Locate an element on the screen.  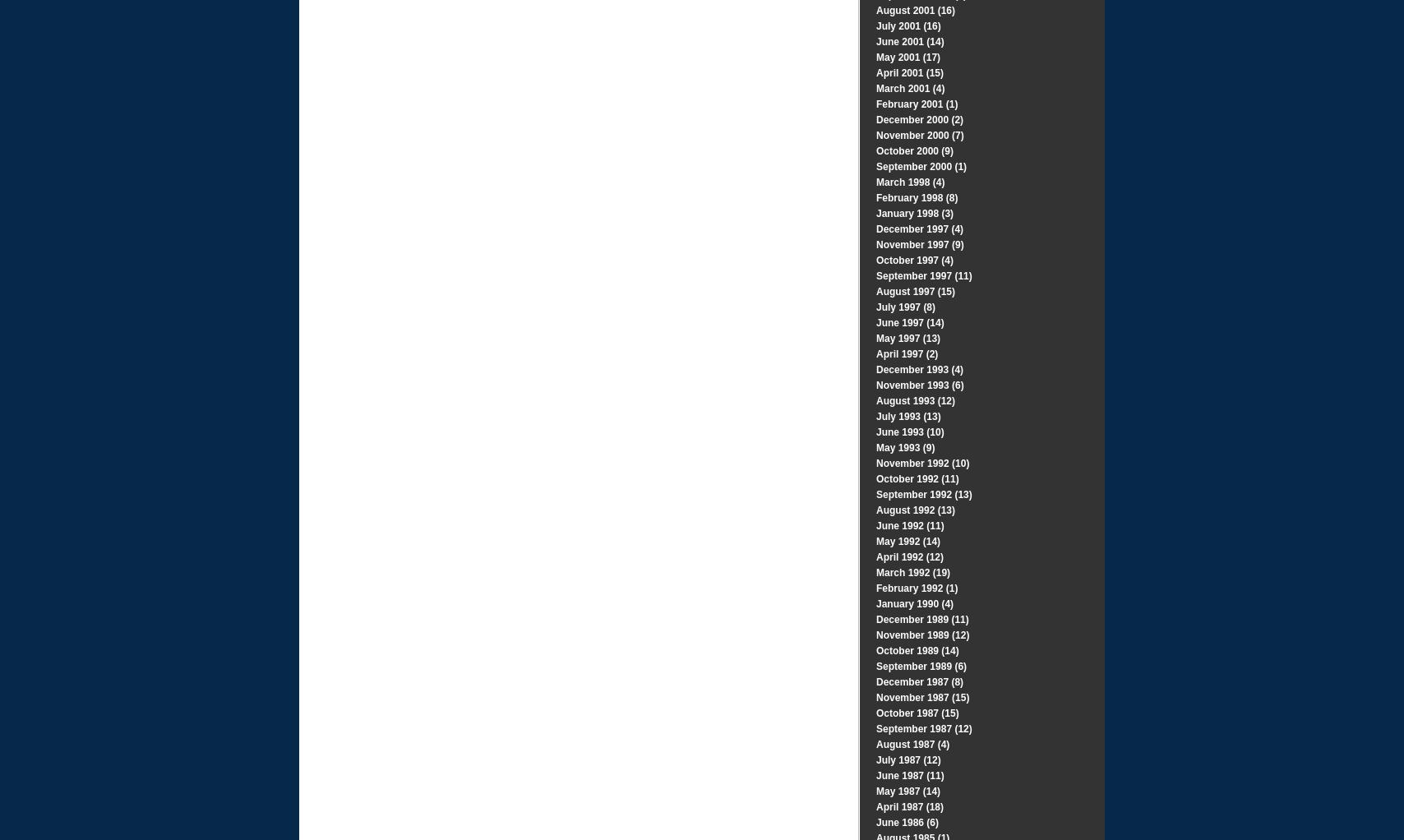
'December 1997 (4)' is located at coordinates (920, 229).